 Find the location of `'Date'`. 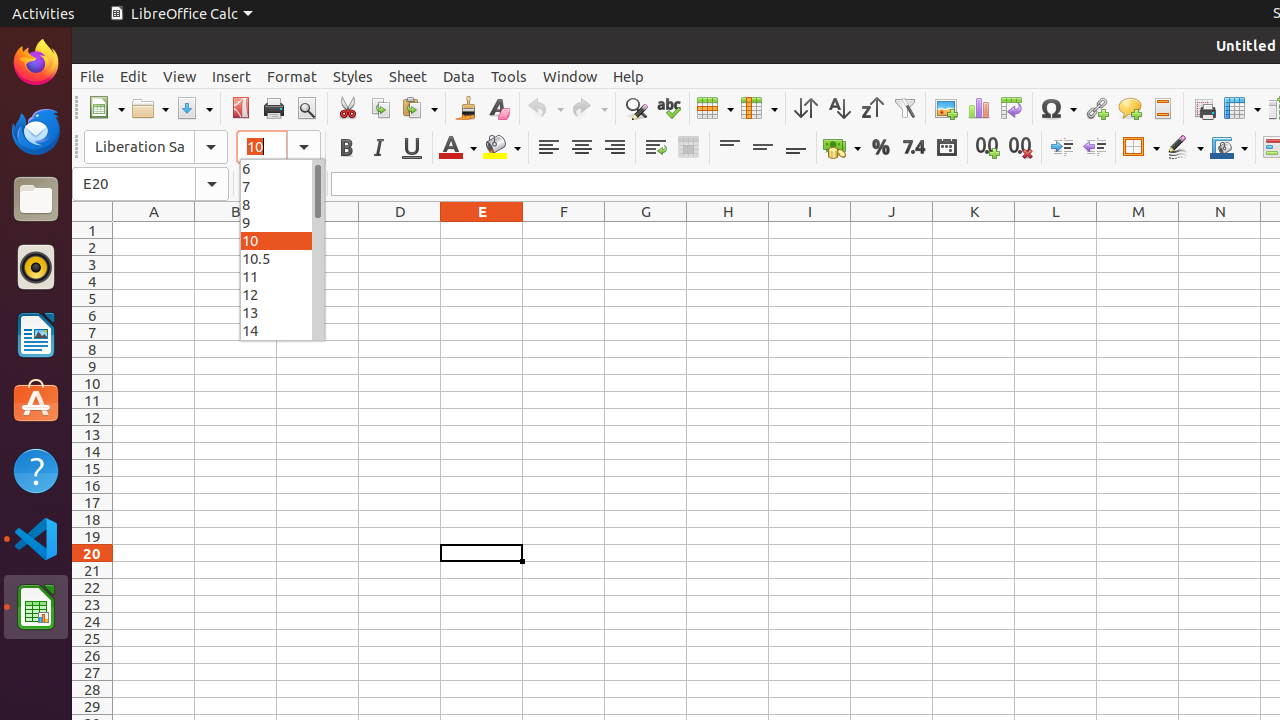

'Date' is located at coordinates (945, 146).